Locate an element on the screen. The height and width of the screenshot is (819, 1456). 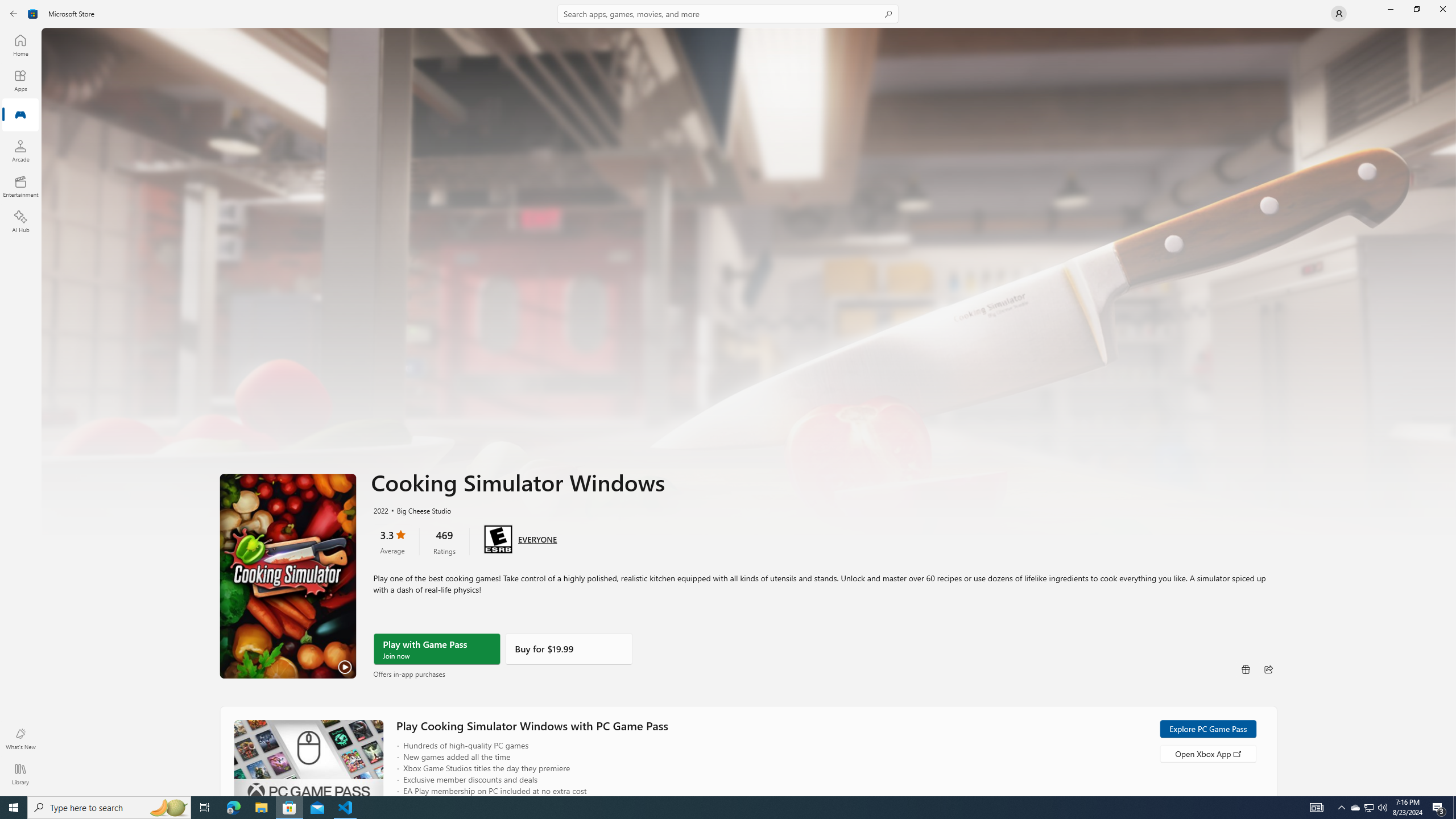
'Age rating: EVERYONE. Click for more information.' is located at coordinates (536, 538).